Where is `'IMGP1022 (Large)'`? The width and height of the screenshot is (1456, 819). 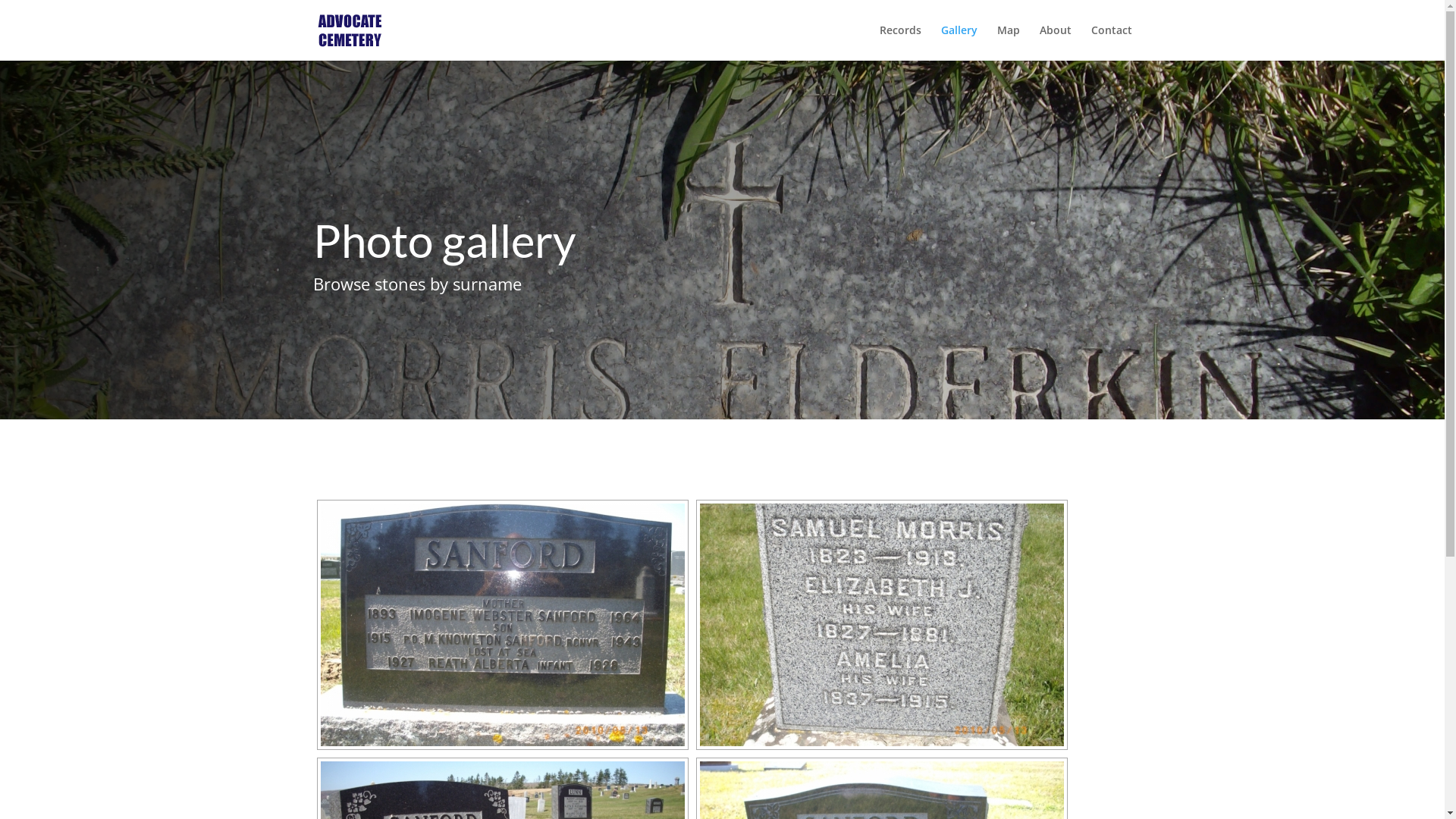
'IMGP1022 (Large)' is located at coordinates (880, 625).